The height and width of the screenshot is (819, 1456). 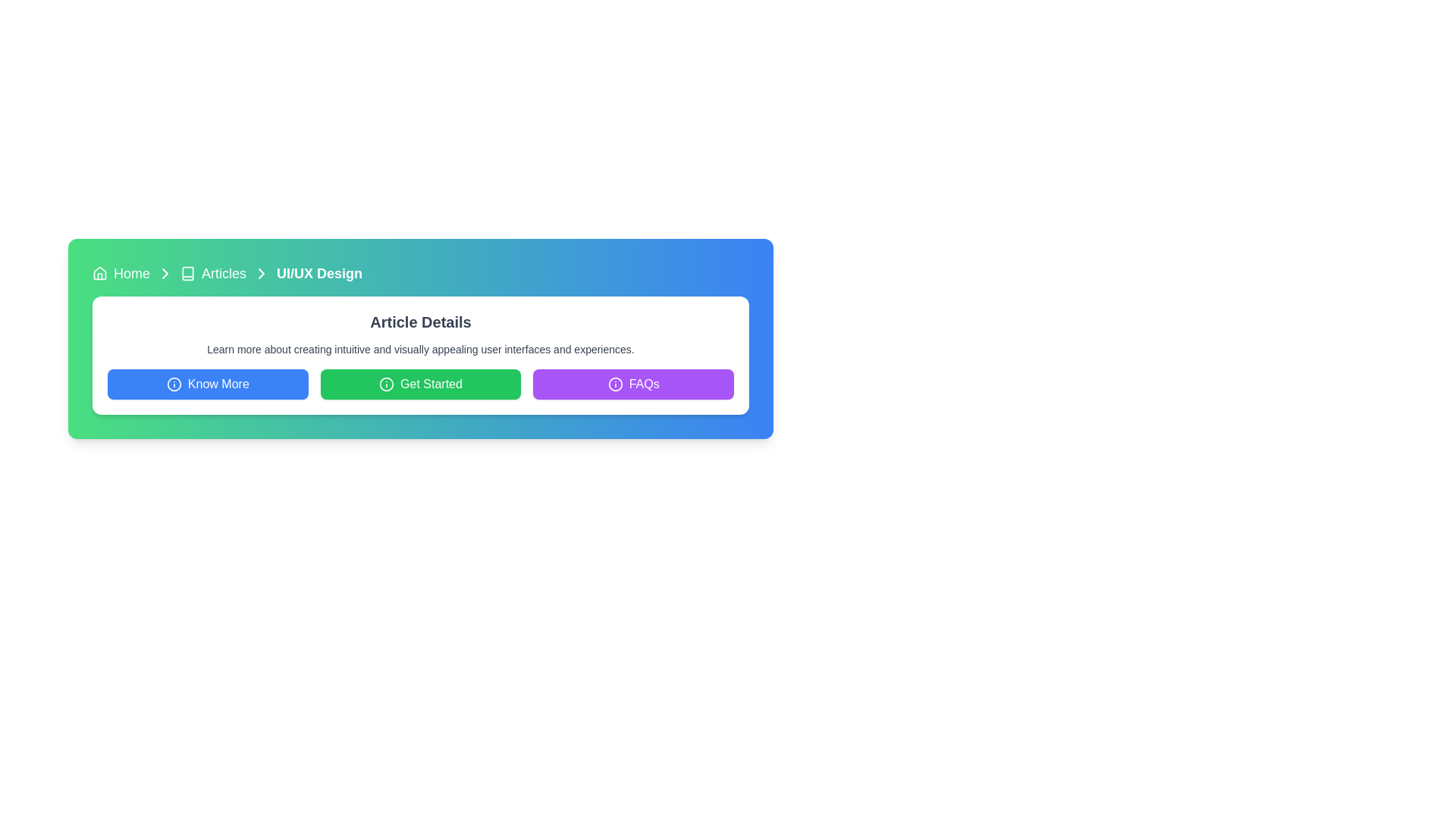 What do you see at coordinates (99, 271) in the screenshot?
I see `the 'Home' icon in the navigation bar, which resembles a house with a triangular roof and a square base` at bounding box center [99, 271].